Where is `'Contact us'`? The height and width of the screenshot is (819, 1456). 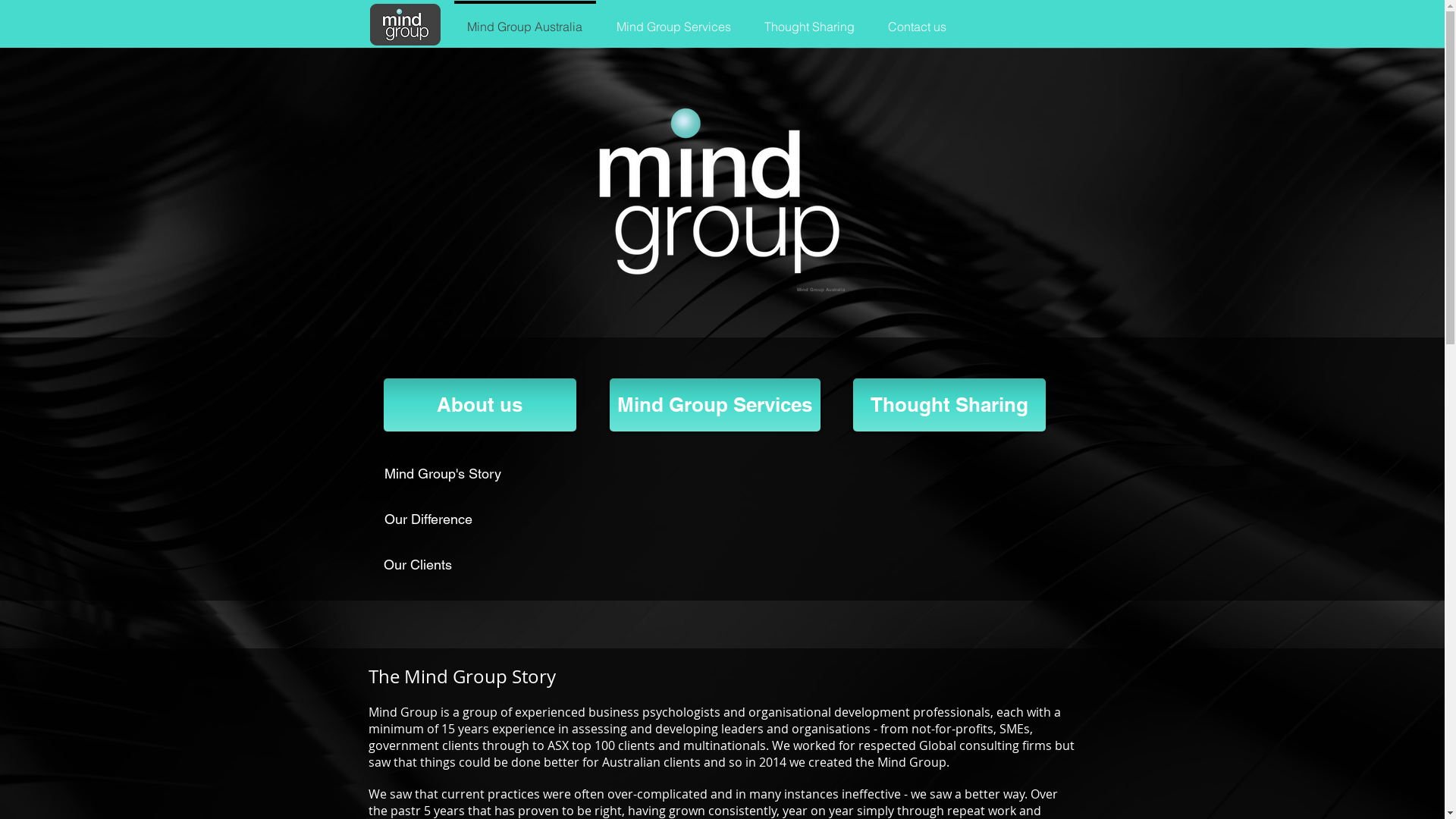
'Contact us' is located at coordinates (915, 20).